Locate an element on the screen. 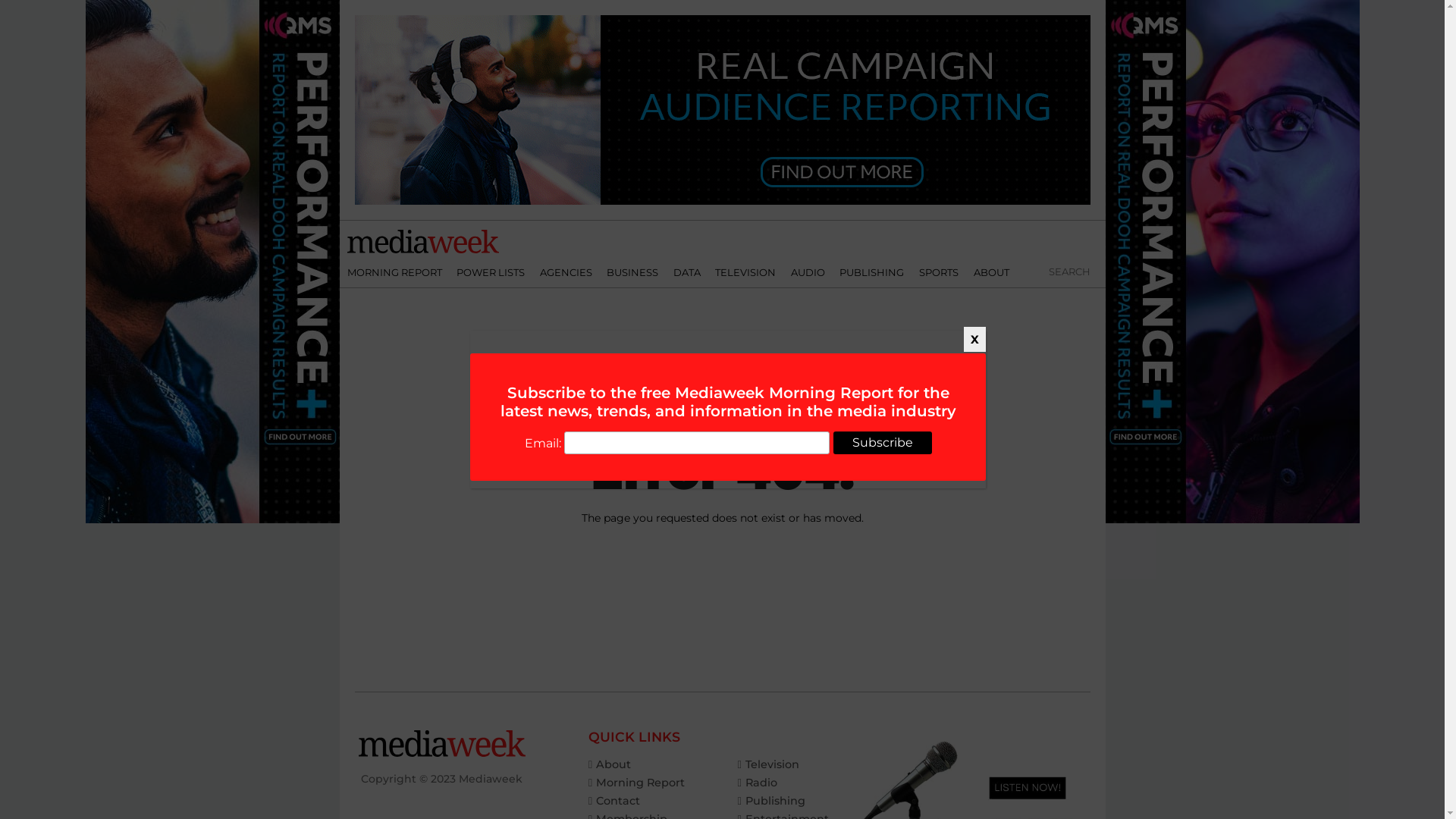 Image resolution: width=1456 pixels, height=819 pixels. 'Contact' is located at coordinates (588, 800).